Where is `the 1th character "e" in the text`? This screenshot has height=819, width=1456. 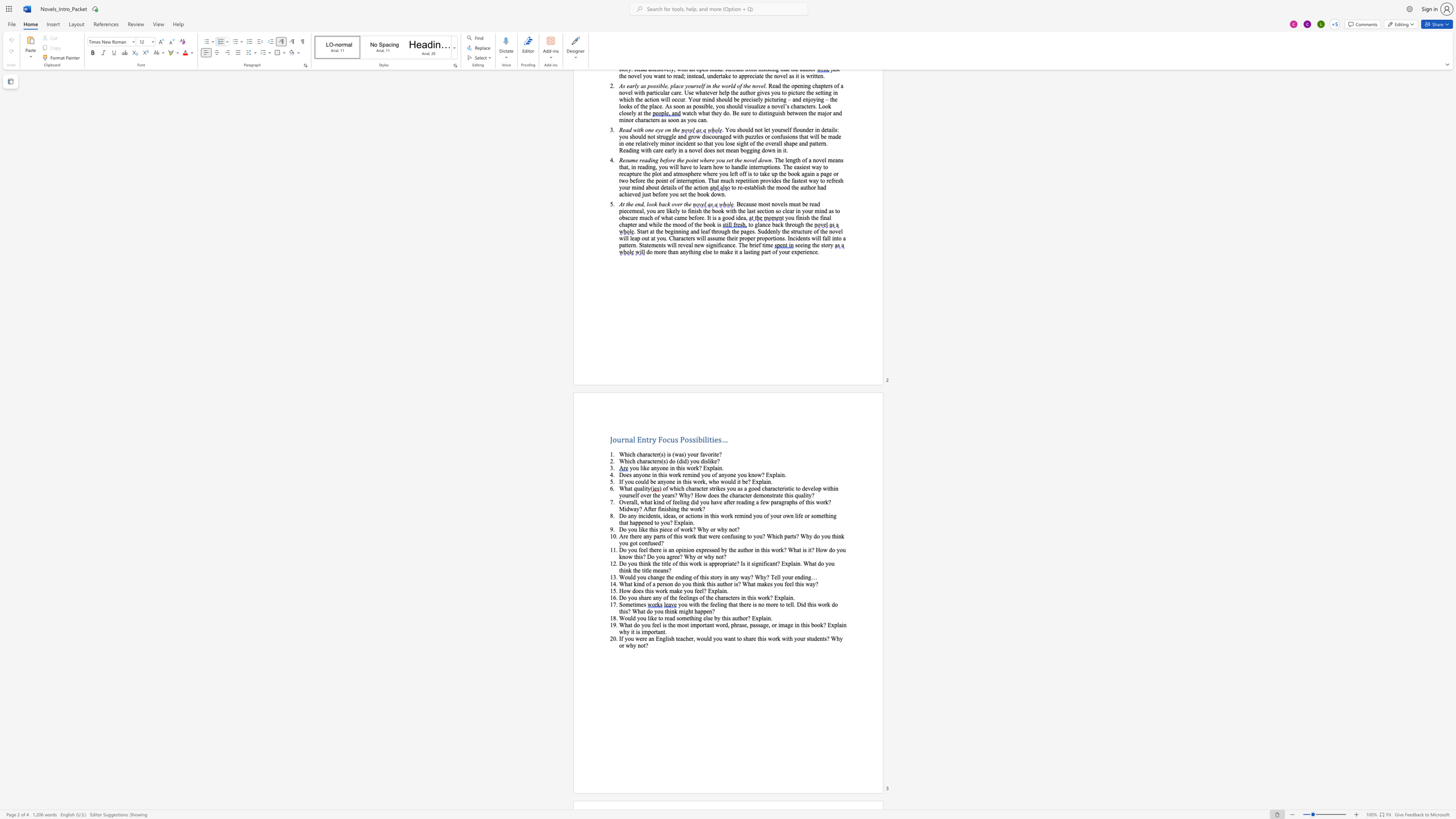 the 1th character "e" in the text is located at coordinates (658, 563).